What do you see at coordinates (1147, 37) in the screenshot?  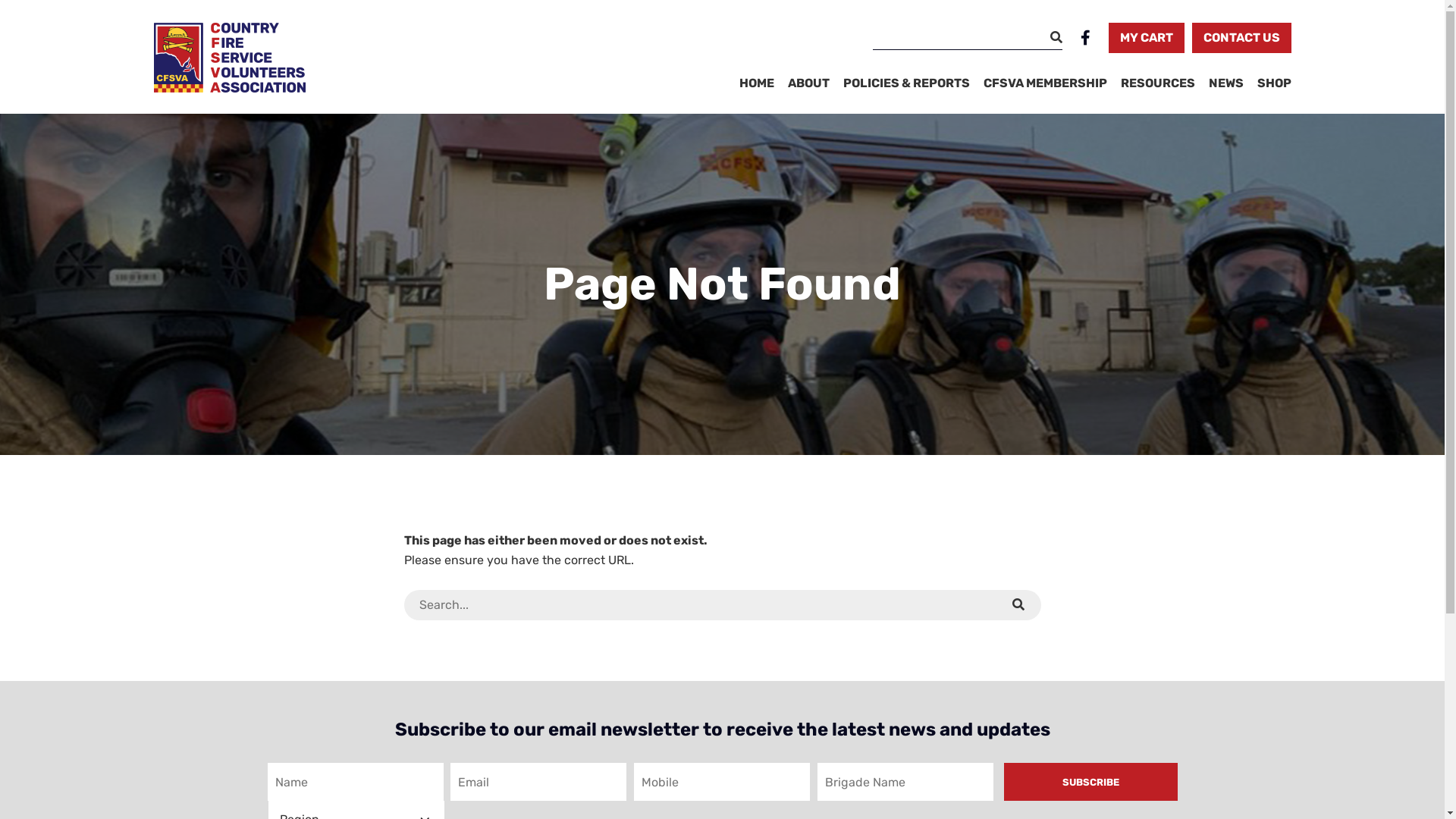 I see `'MY CART'` at bounding box center [1147, 37].